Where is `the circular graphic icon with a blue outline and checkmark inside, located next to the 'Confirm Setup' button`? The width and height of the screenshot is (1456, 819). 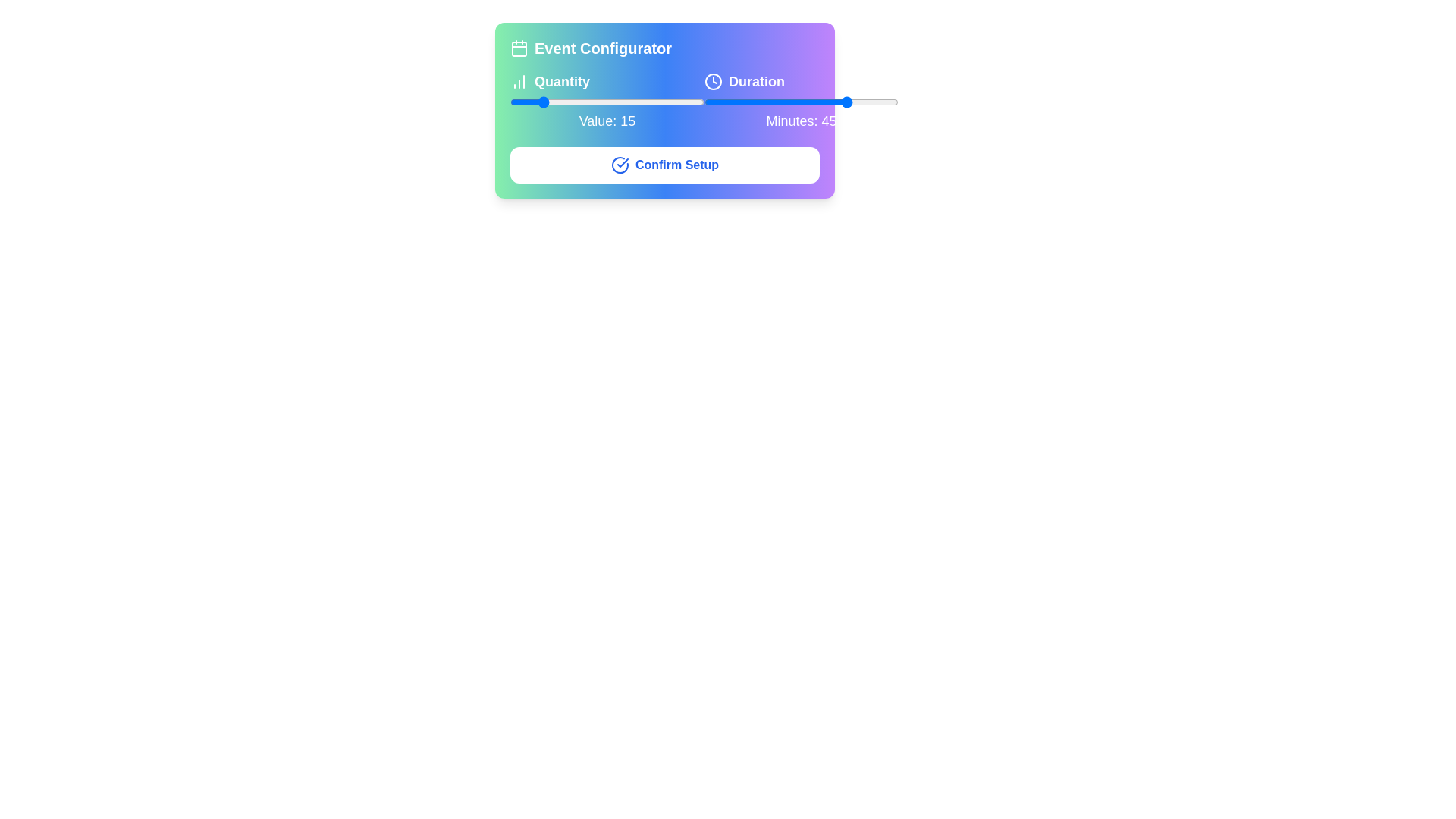
the circular graphic icon with a blue outline and checkmark inside, located next to the 'Confirm Setup' button is located at coordinates (620, 165).